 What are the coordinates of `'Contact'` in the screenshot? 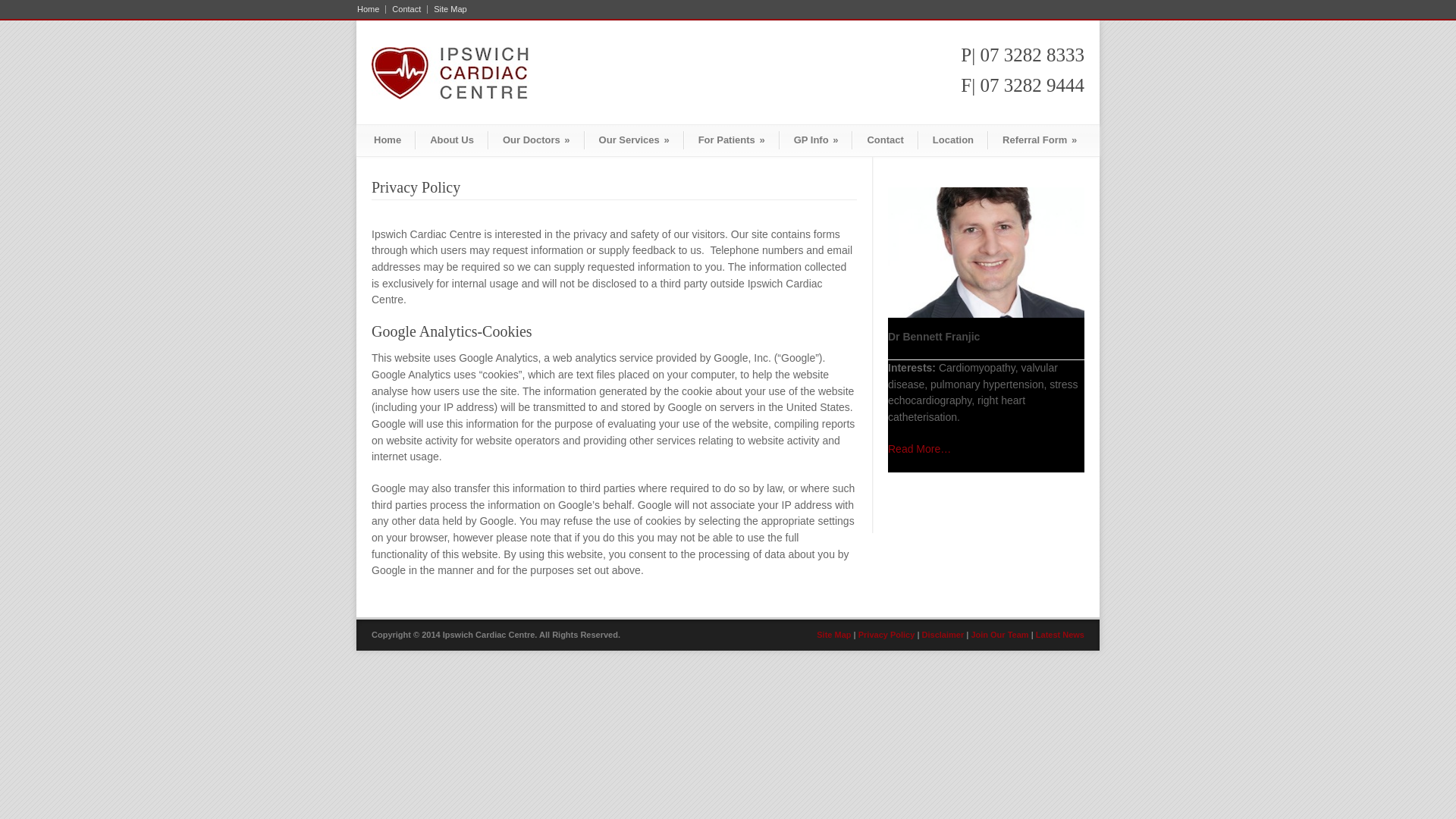 It's located at (406, 9).